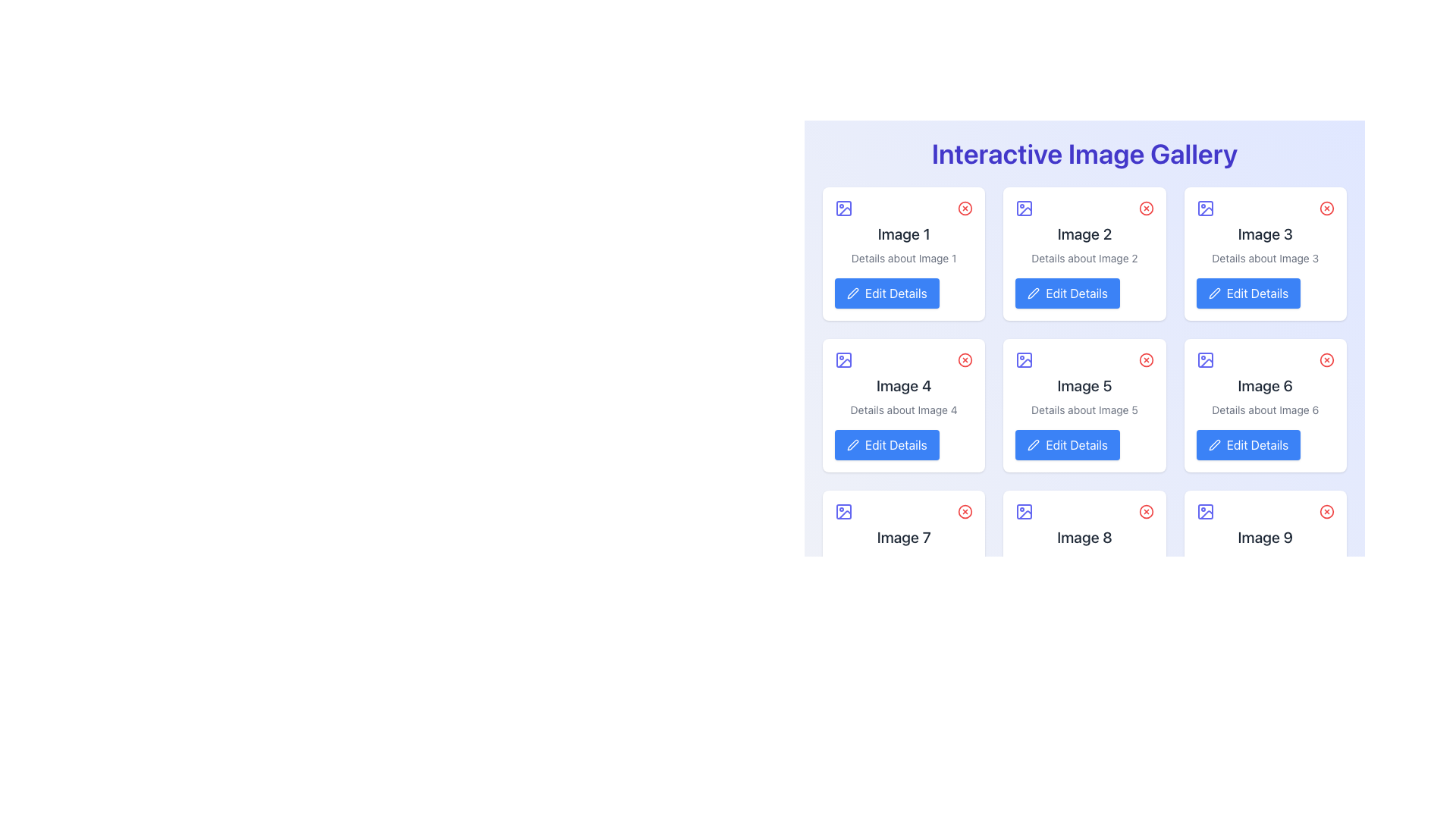 This screenshot has height=819, width=1456. I want to click on the text label that serves as a descriptive subtitle for 'Image 6', located in the second row, third column of a grid layout, so click(1265, 409).